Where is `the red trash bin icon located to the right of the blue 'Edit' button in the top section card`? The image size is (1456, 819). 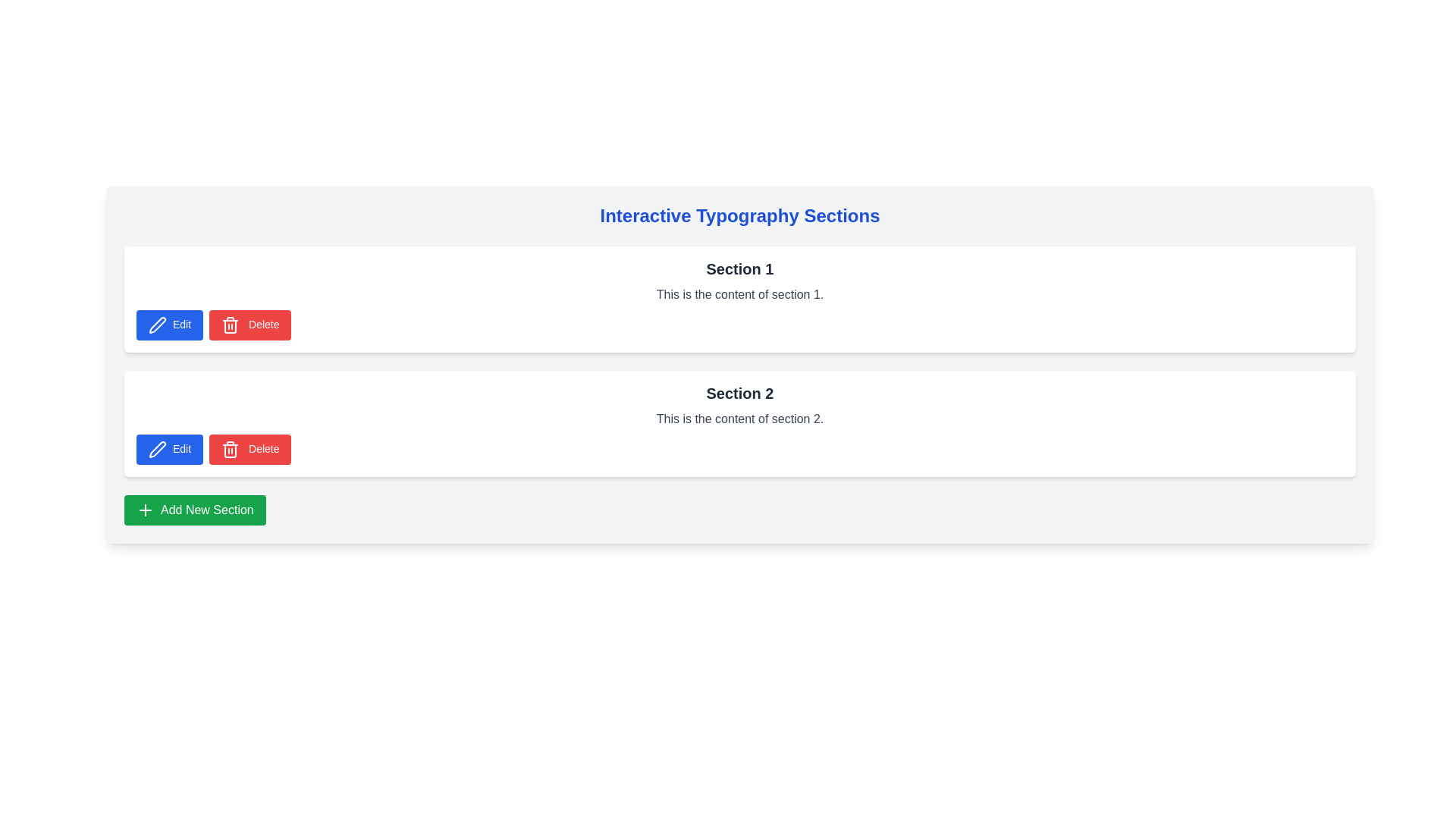 the red trash bin icon located to the right of the blue 'Edit' button in the top section card is located at coordinates (230, 450).